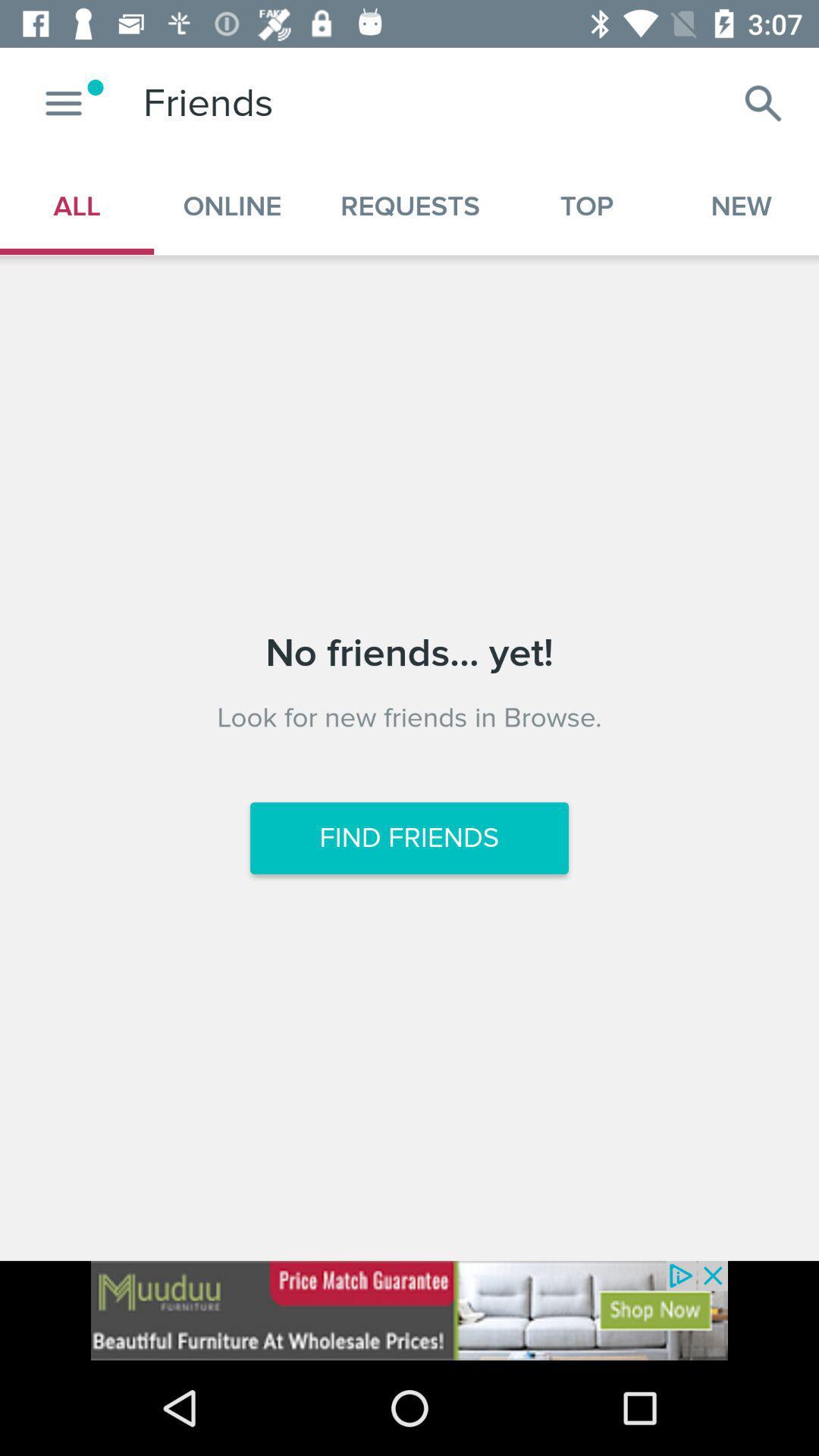 The height and width of the screenshot is (1456, 819). I want to click on advertisement banner, so click(409, 1310).